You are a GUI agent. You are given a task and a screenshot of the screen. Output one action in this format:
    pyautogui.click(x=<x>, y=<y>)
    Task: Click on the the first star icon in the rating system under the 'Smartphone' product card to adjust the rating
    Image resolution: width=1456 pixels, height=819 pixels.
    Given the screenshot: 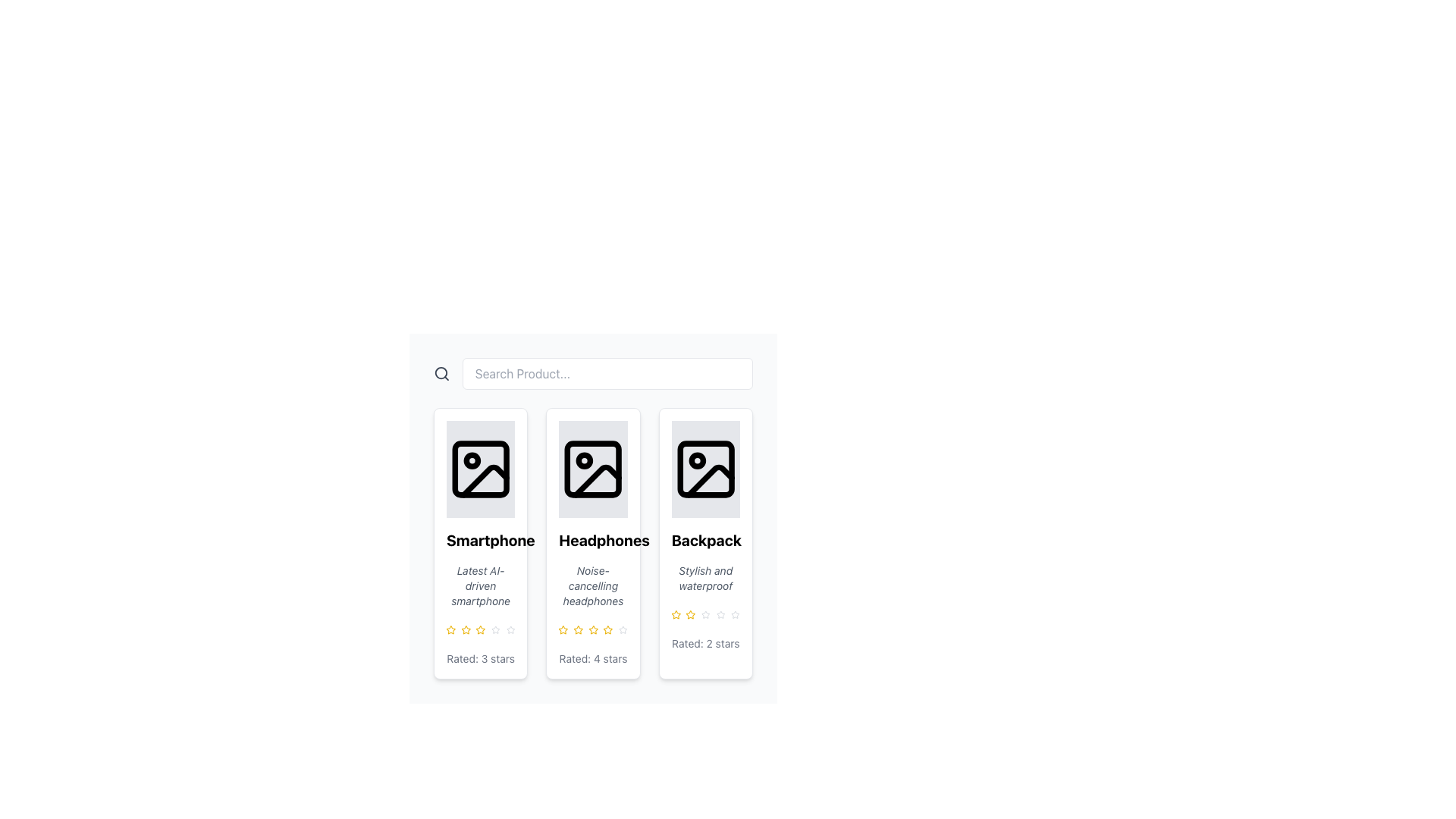 What is the action you would take?
    pyautogui.click(x=450, y=629)
    